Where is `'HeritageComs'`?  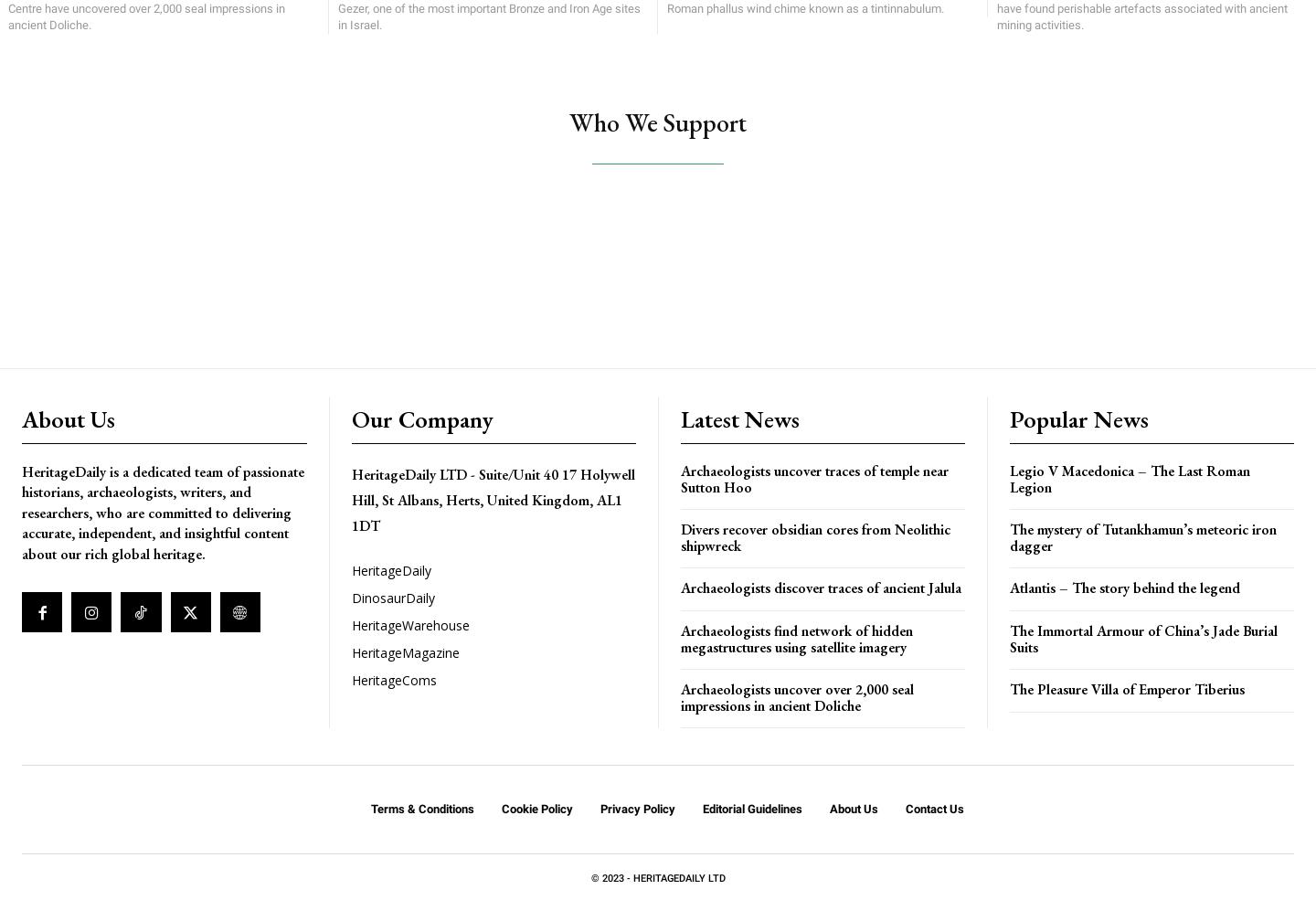
'HeritageComs' is located at coordinates (394, 680).